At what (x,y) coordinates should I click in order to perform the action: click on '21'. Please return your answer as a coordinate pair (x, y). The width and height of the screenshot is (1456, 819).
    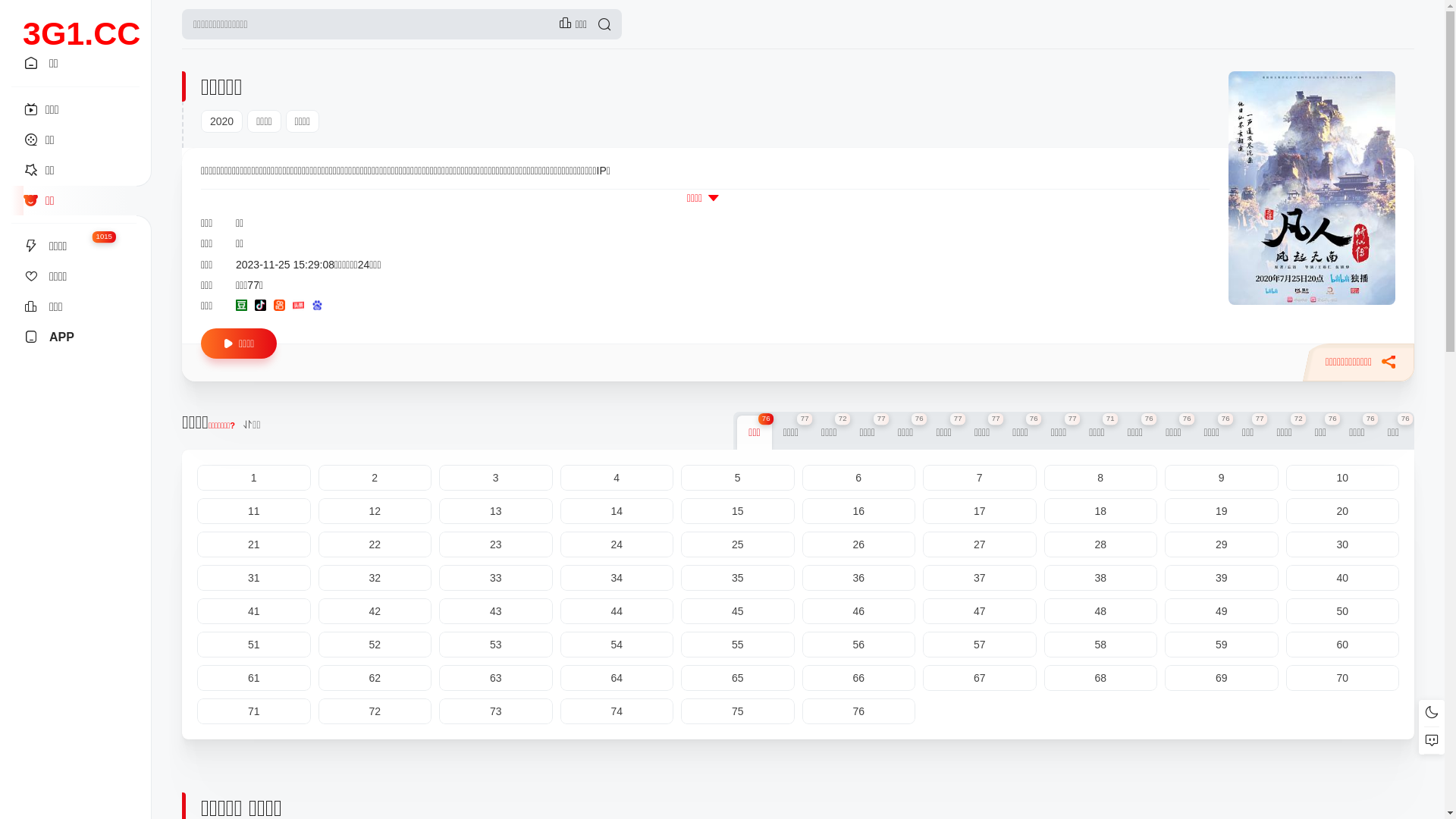
    Looking at the image, I should click on (196, 543).